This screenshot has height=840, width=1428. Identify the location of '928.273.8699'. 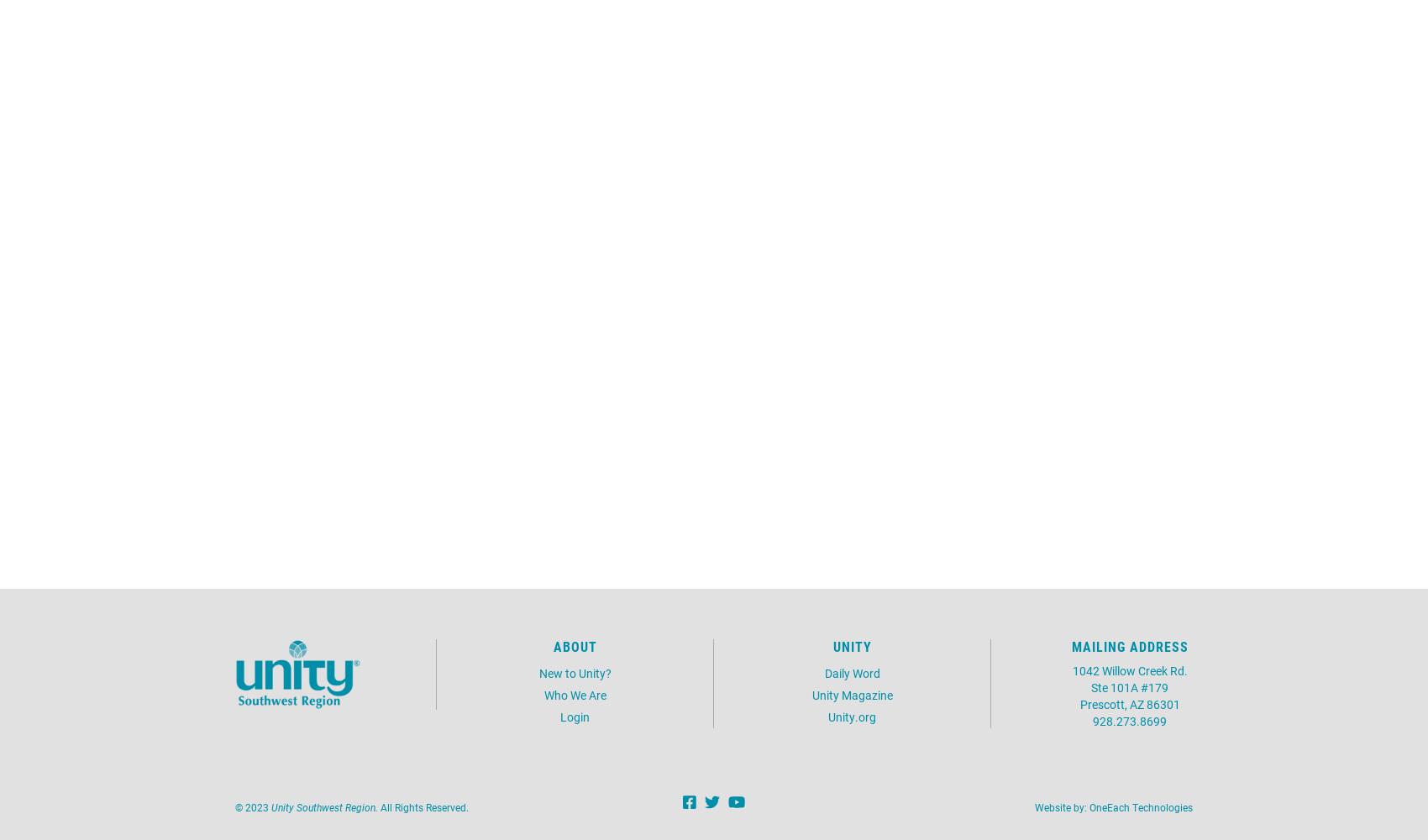
(1130, 719).